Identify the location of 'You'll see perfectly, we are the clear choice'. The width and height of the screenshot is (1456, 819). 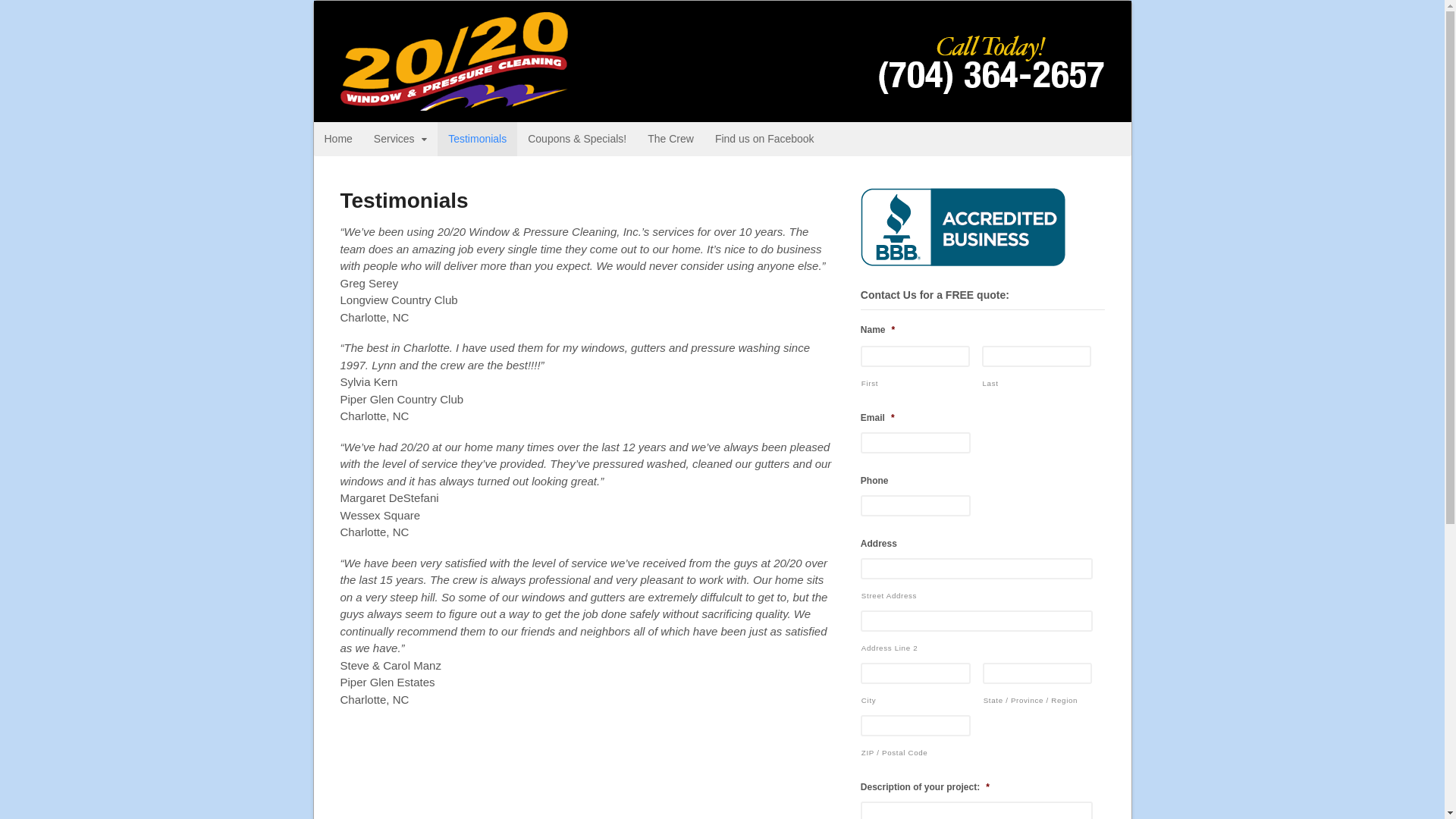
(453, 102).